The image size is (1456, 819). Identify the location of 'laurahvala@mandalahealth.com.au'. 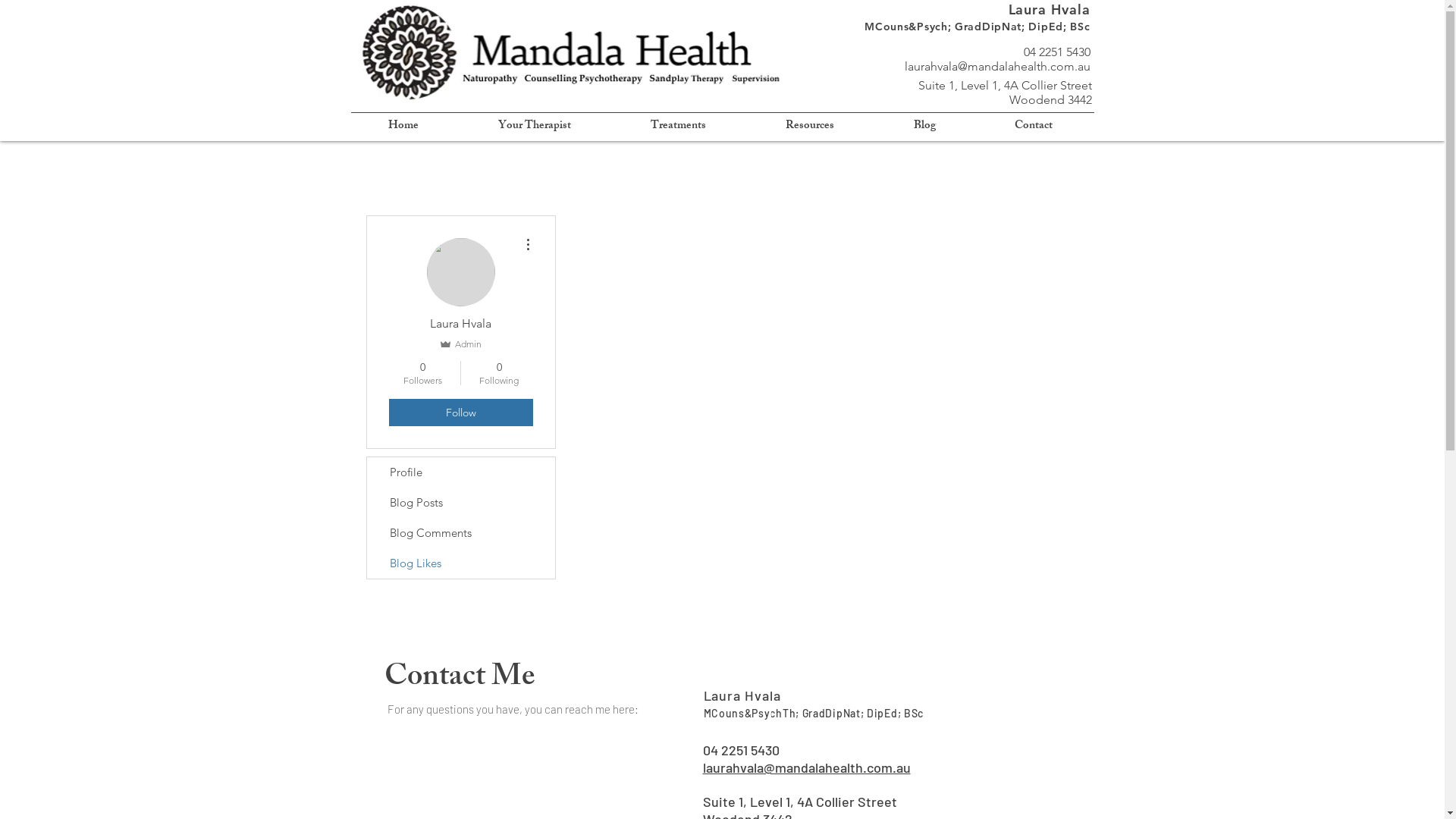
(701, 767).